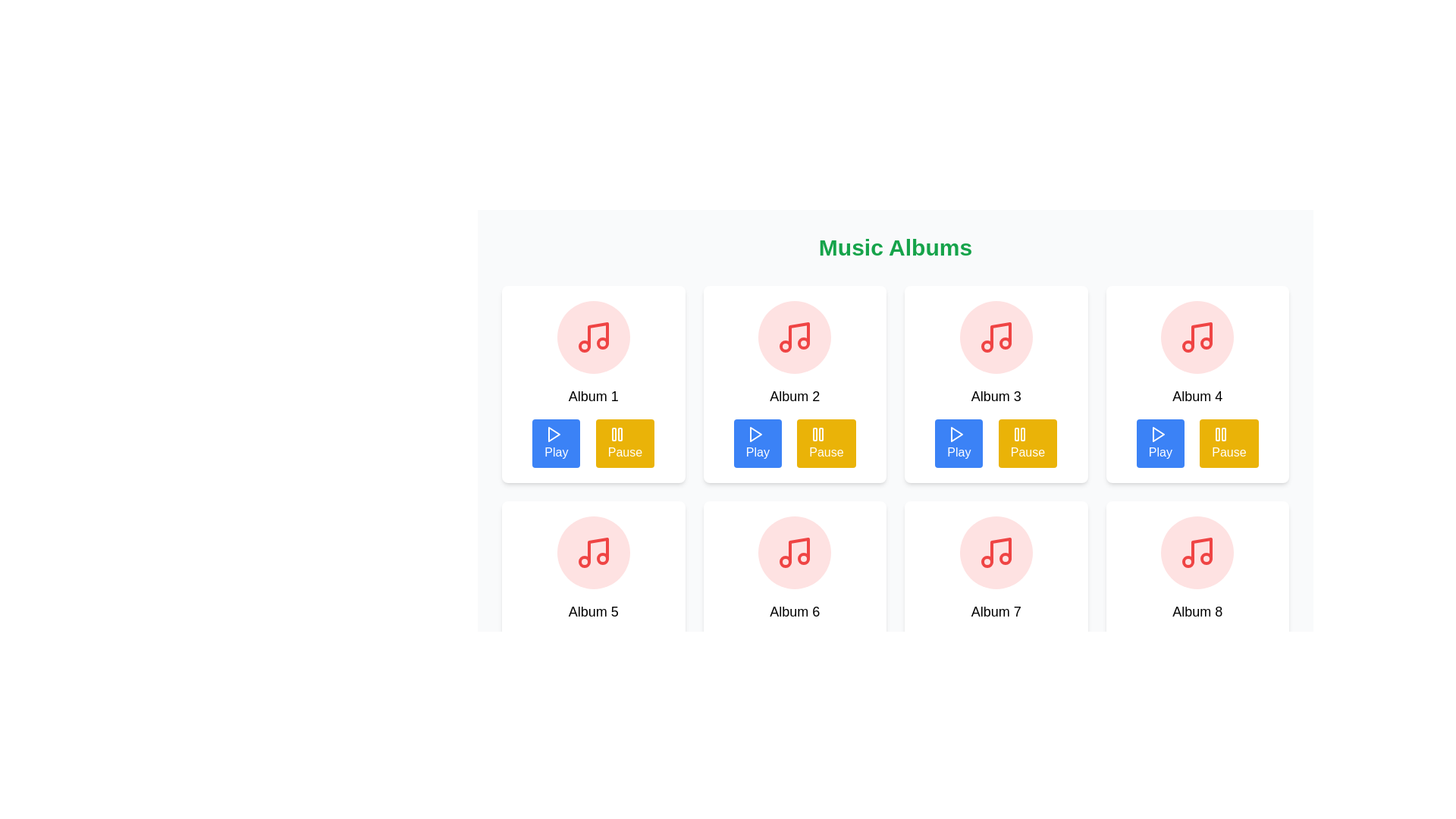 The height and width of the screenshot is (819, 1456). What do you see at coordinates (1159, 444) in the screenshot?
I see `the blue rectangular 'Play' button with a white triangular play icon, located in the bottom-right corner of the 'Album 4' card` at bounding box center [1159, 444].